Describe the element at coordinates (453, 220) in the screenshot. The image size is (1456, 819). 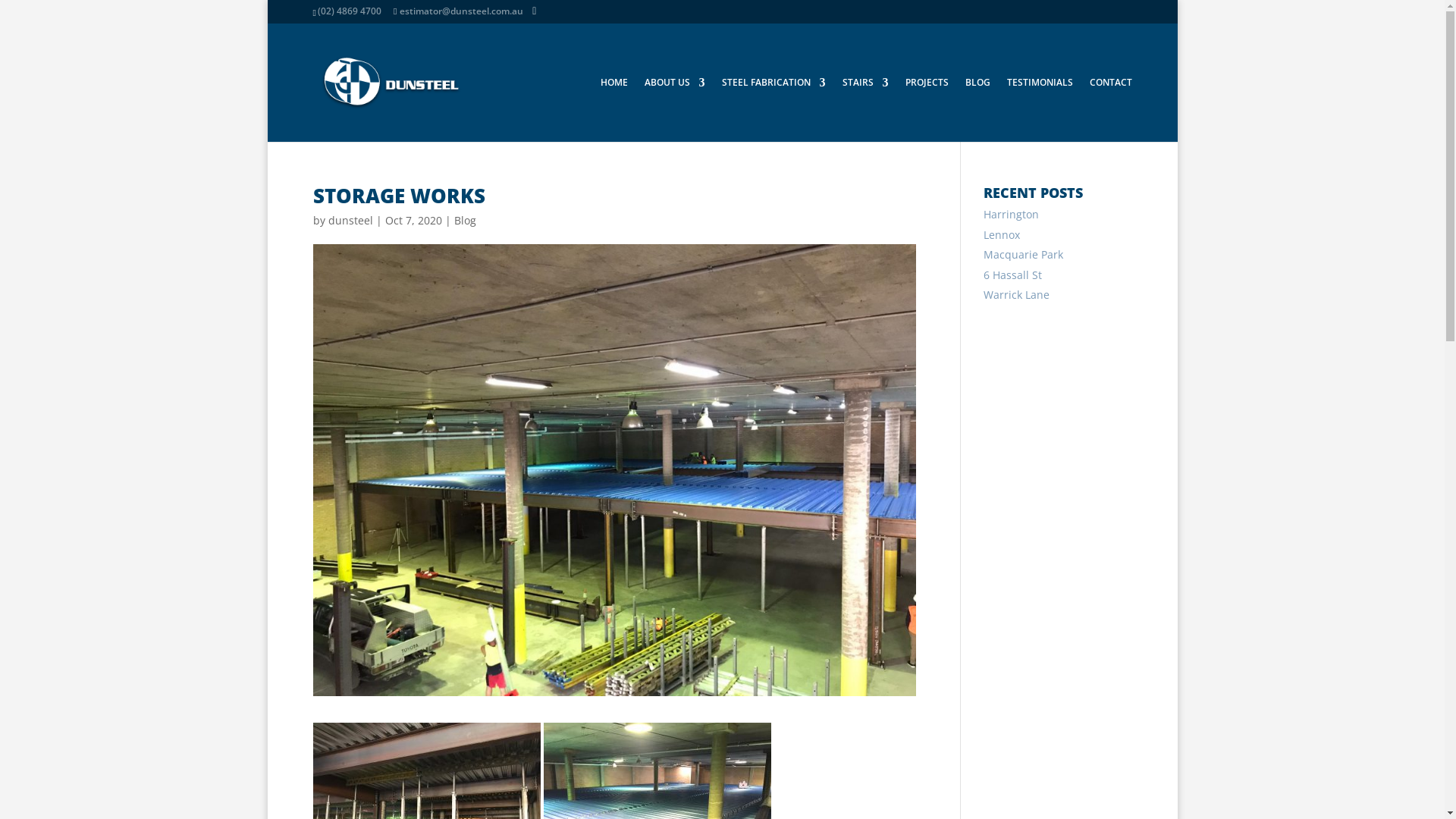
I see `'Blog'` at that location.